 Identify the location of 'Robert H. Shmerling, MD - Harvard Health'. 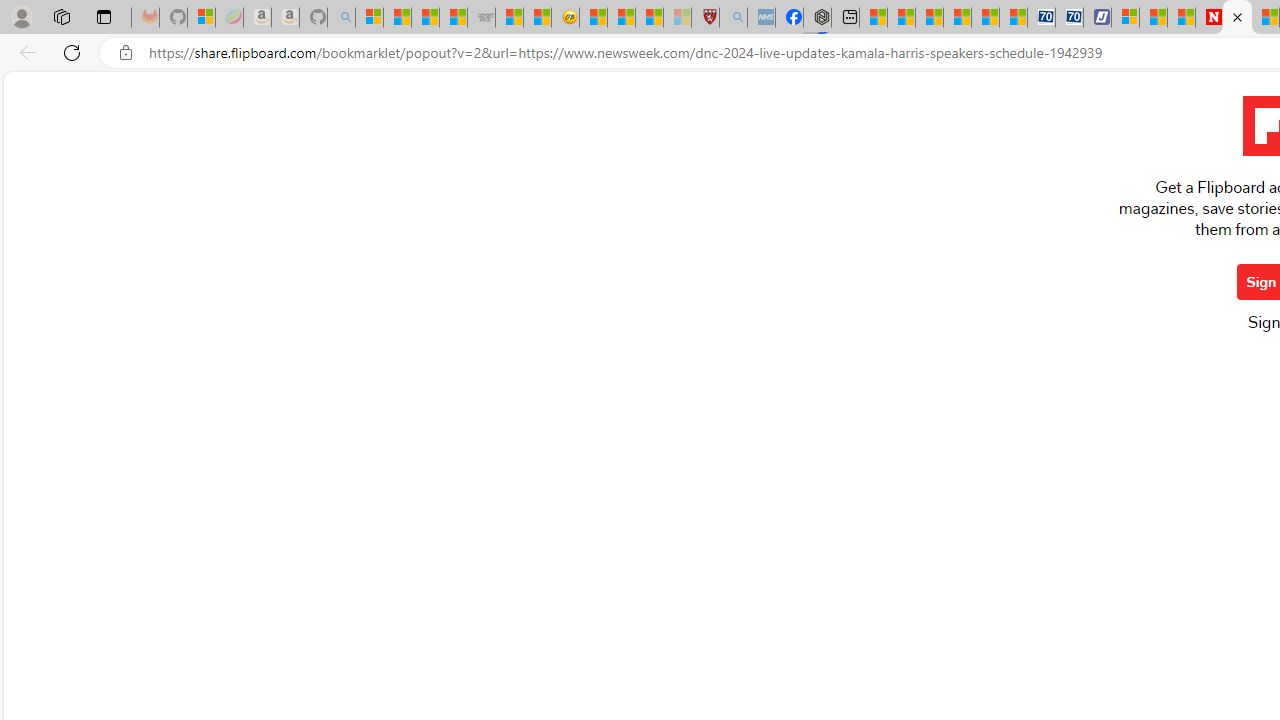
(705, 17).